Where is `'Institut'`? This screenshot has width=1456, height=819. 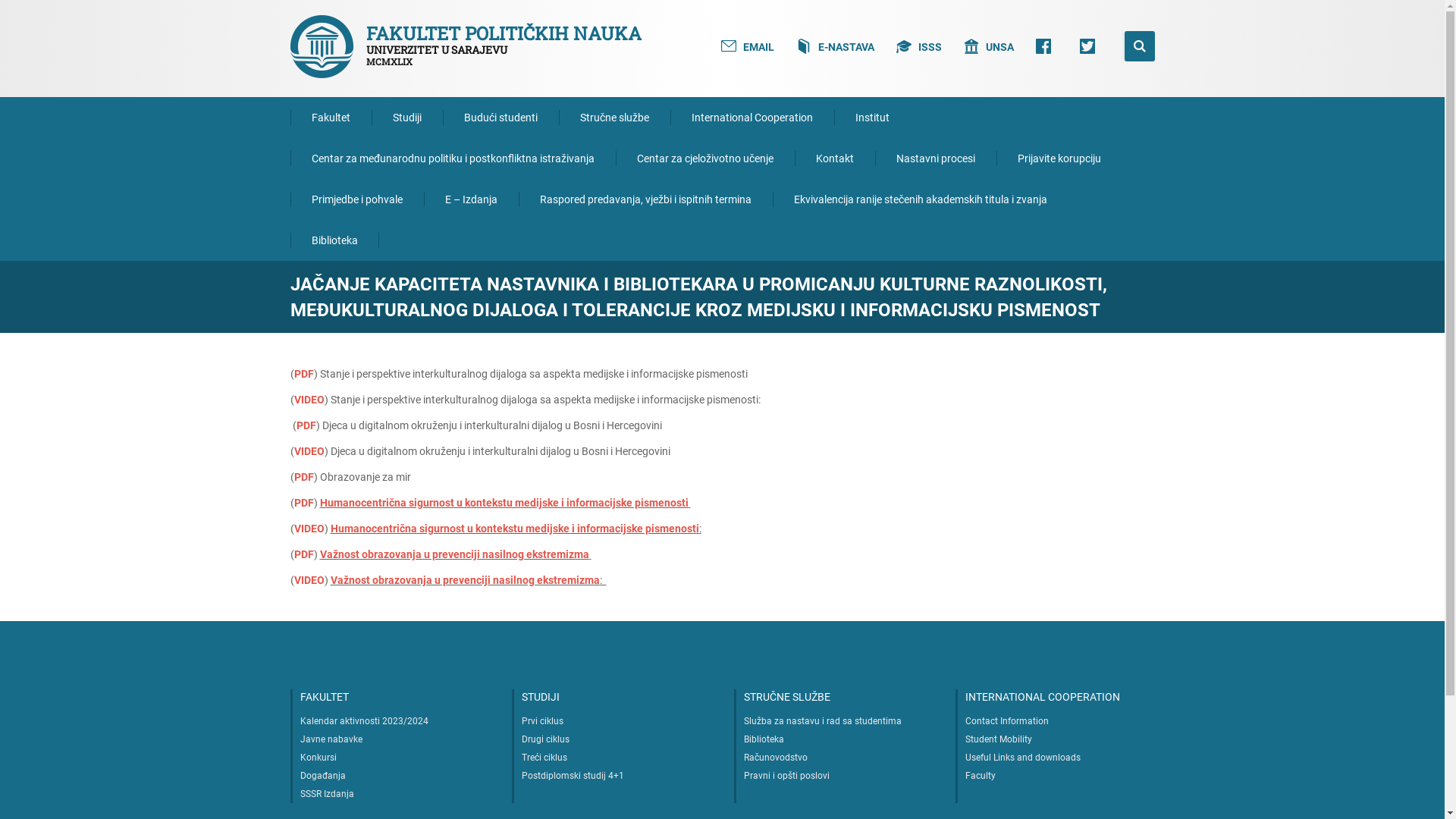 'Institut' is located at coordinates (872, 116).